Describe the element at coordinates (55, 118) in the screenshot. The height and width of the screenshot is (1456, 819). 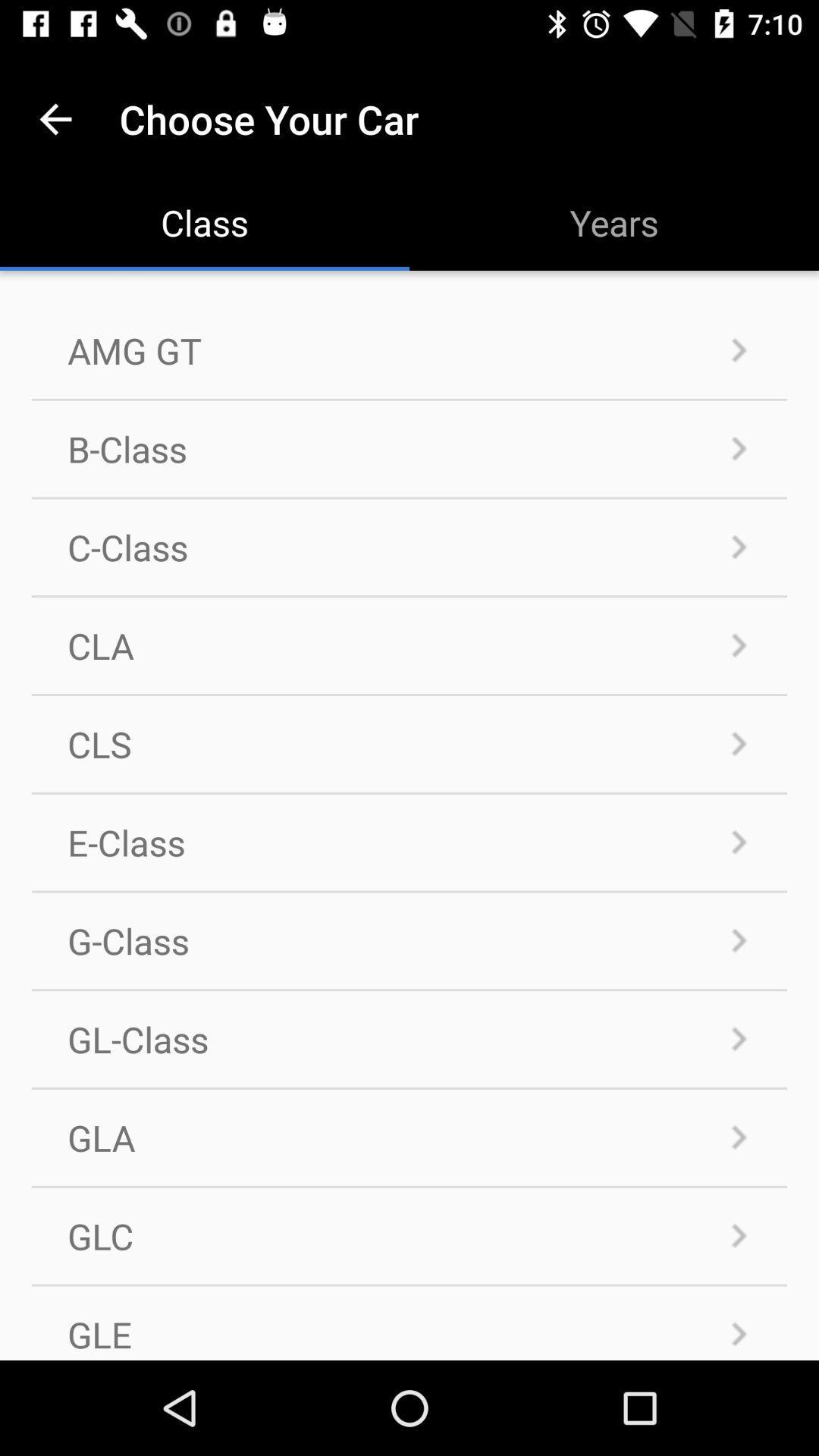
I see `the item above amg gt icon` at that location.